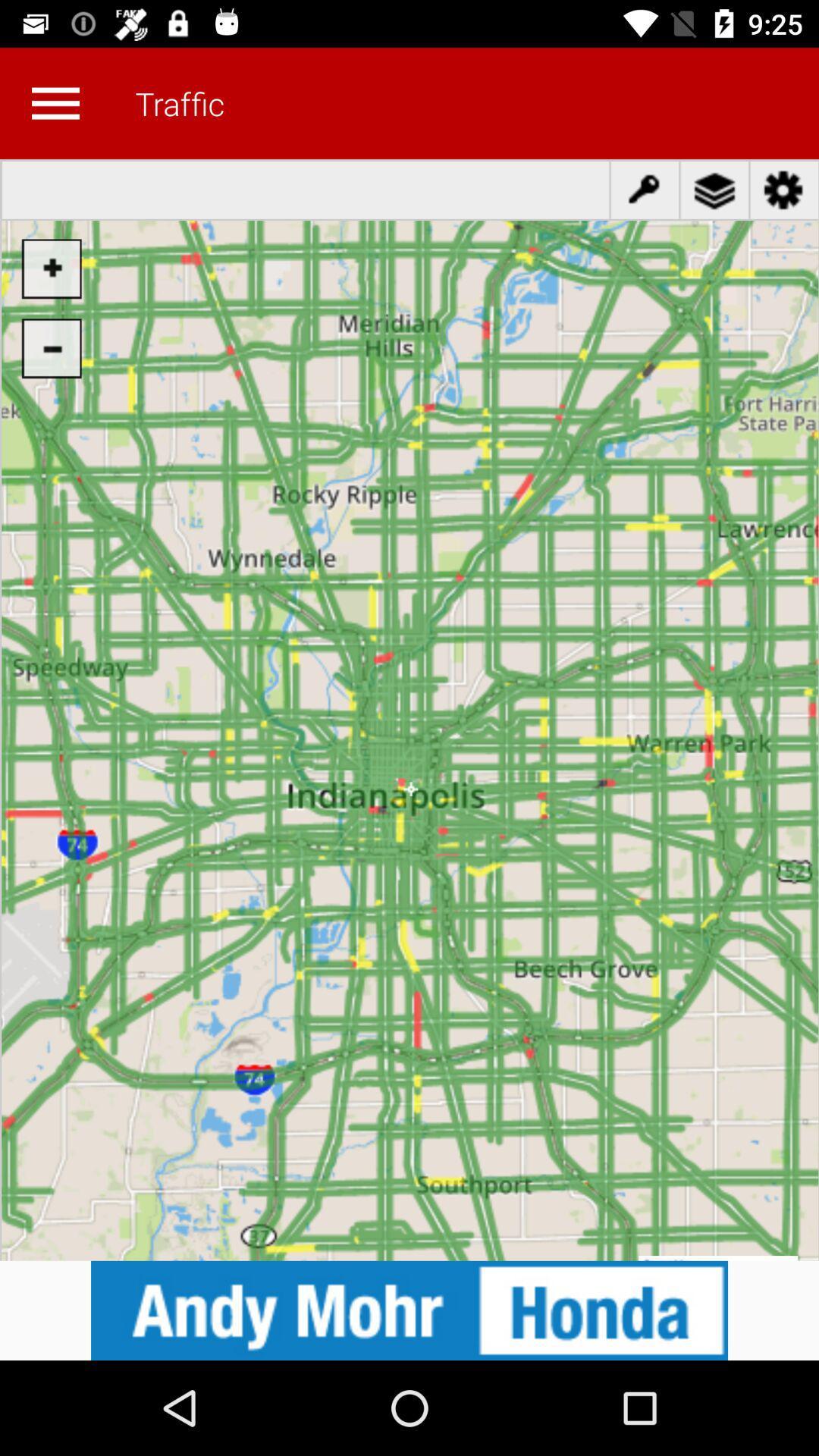 The height and width of the screenshot is (1456, 819). I want to click on the item to the left of traffic, so click(55, 102).